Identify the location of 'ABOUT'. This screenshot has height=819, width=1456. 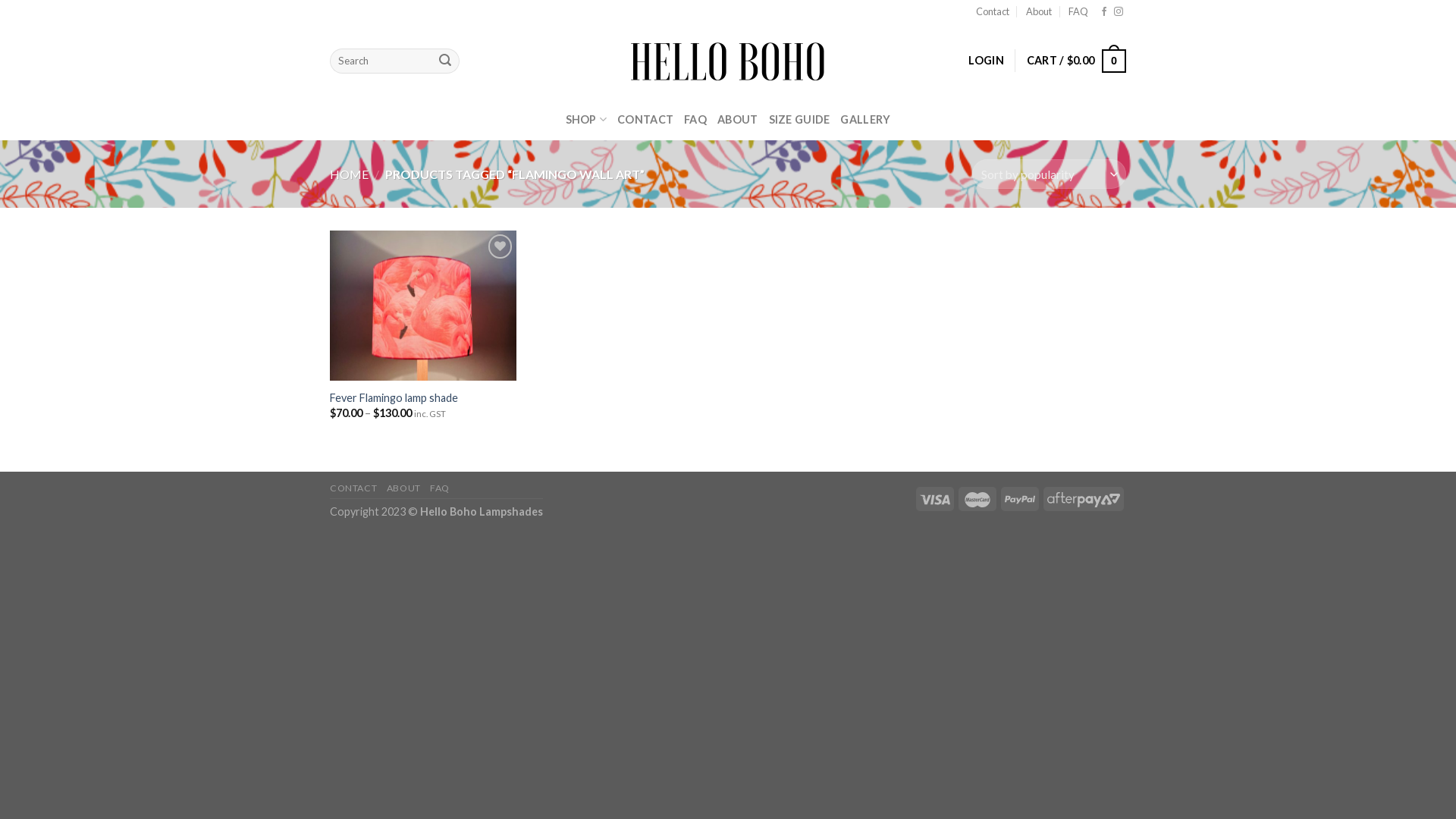
(403, 488).